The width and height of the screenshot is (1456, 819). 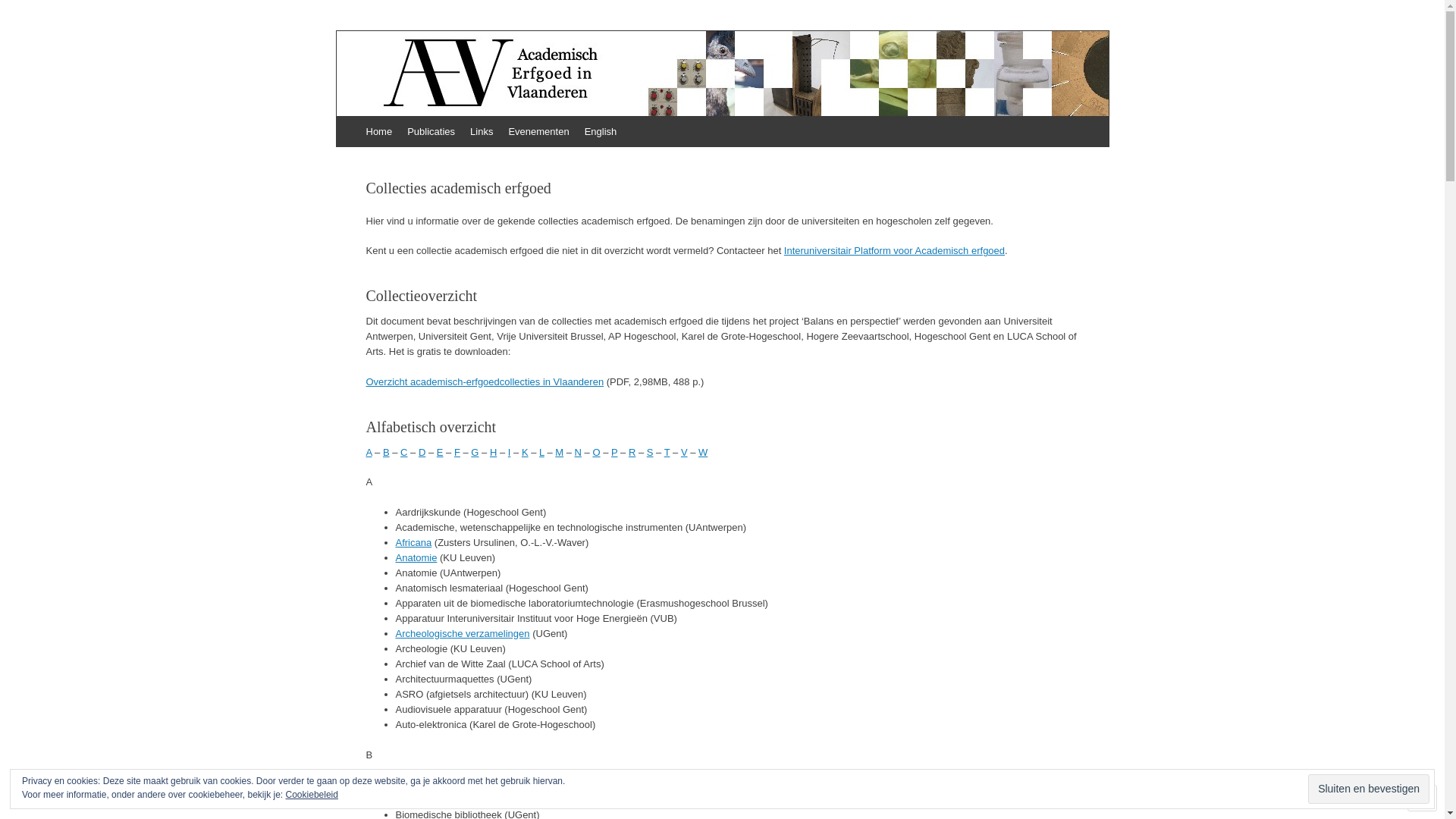 What do you see at coordinates (414, 541) in the screenshot?
I see `'Africana'` at bounding box center [414, 541].